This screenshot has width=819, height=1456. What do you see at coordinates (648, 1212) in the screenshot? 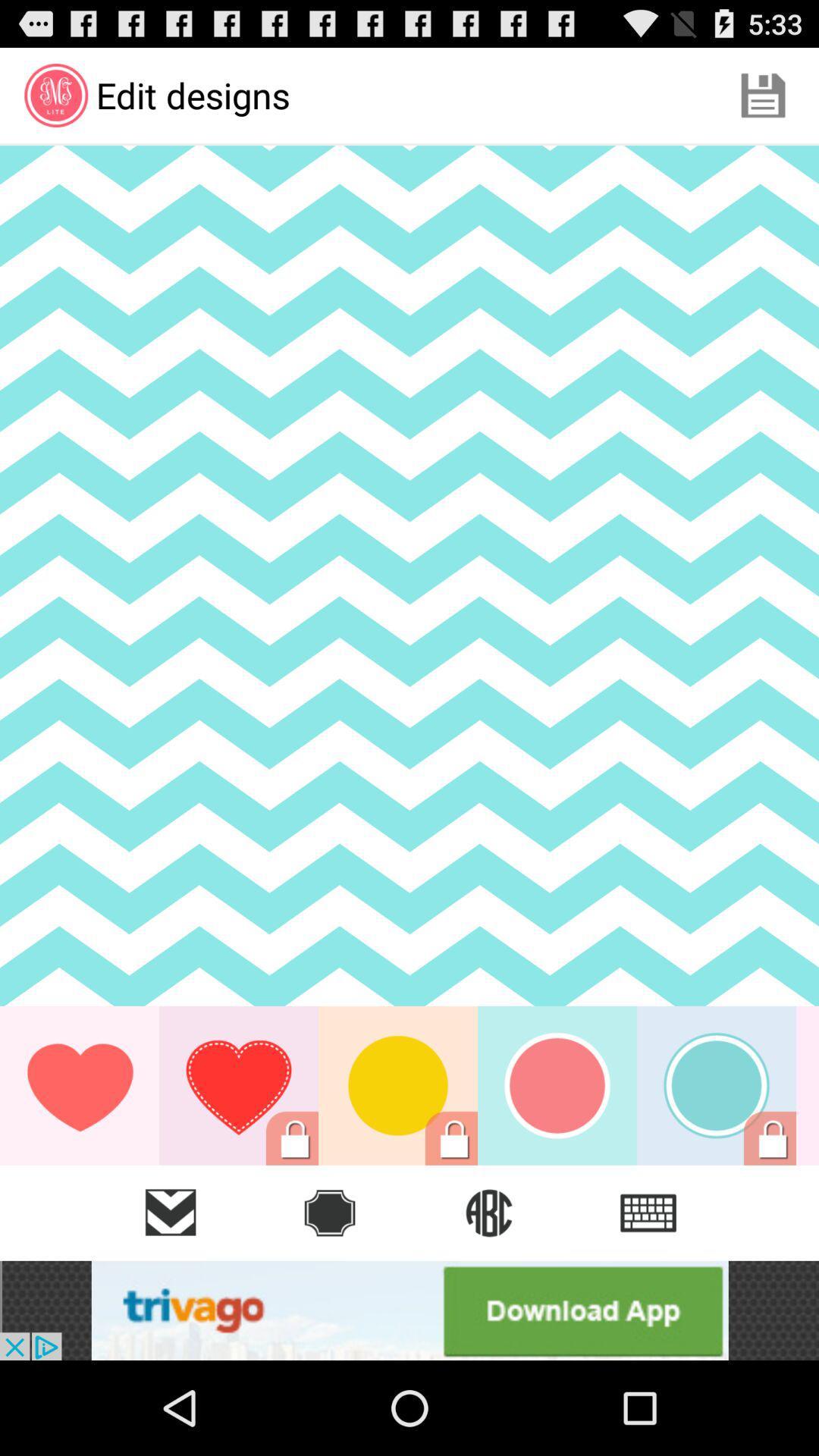
I see `the list icon` at bounding box center [648, 1212].